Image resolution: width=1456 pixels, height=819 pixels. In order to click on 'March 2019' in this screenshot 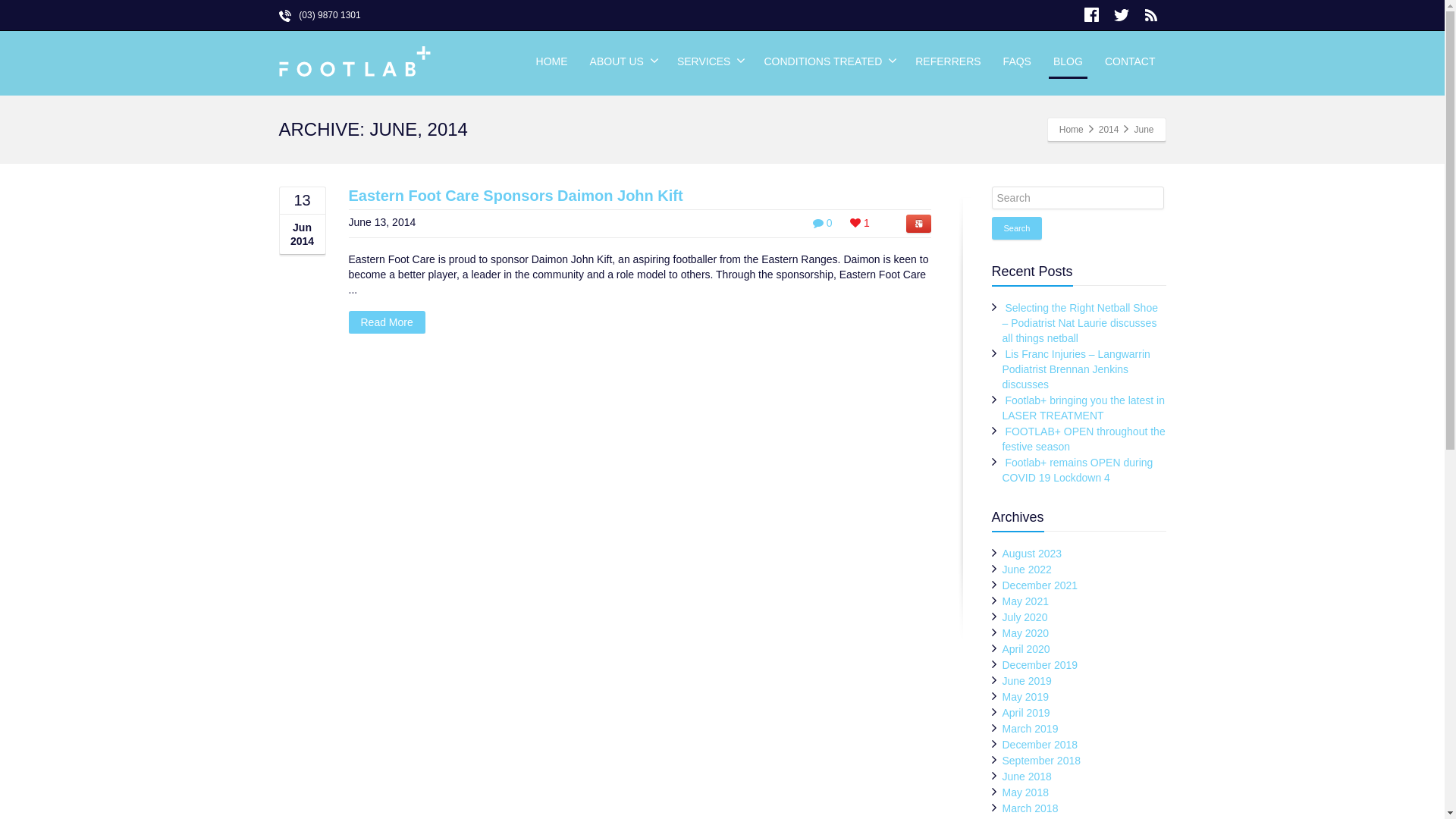, I will do `click(1030, 727)`.